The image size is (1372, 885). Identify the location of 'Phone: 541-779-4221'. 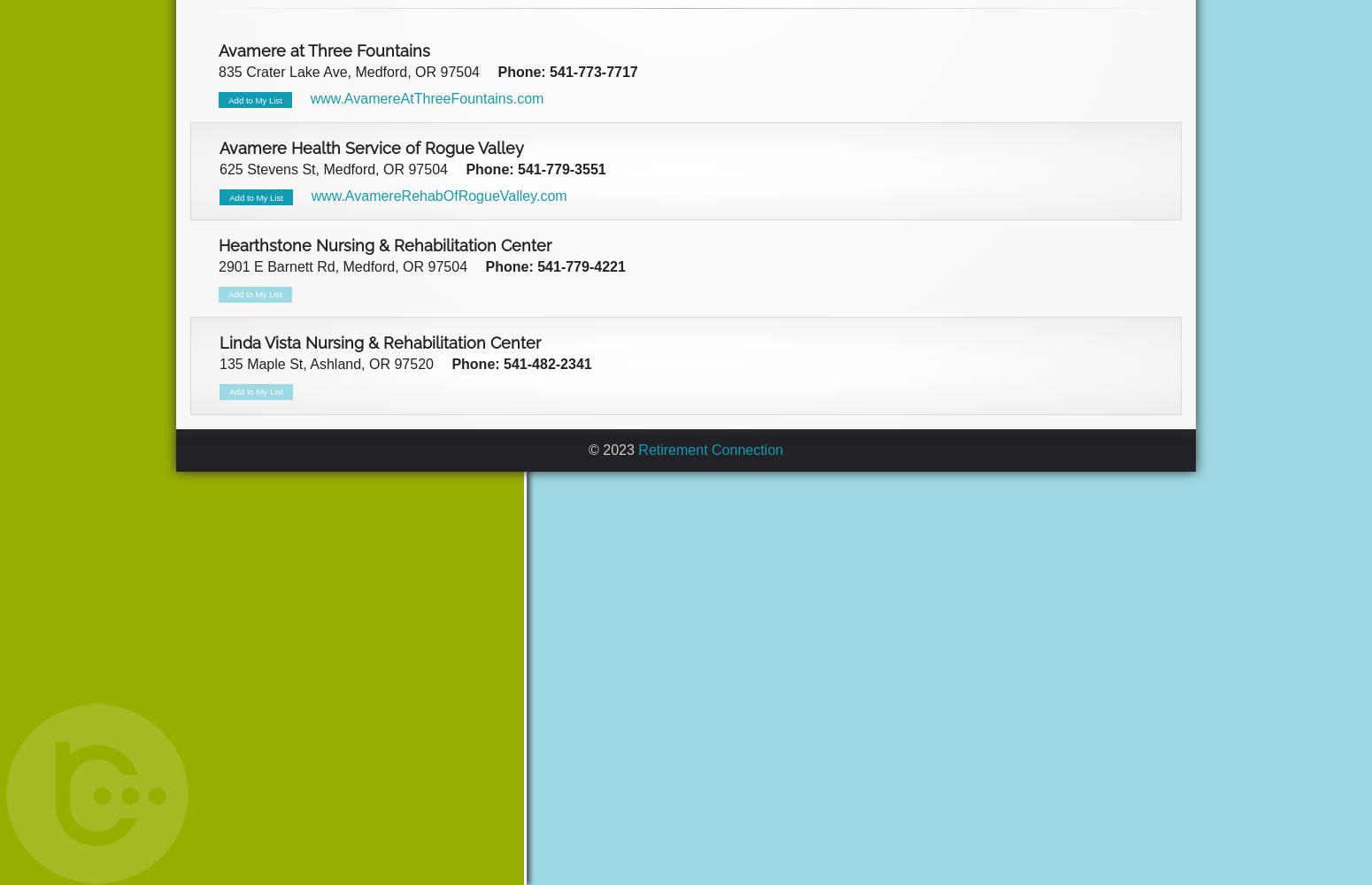
(553, 265).